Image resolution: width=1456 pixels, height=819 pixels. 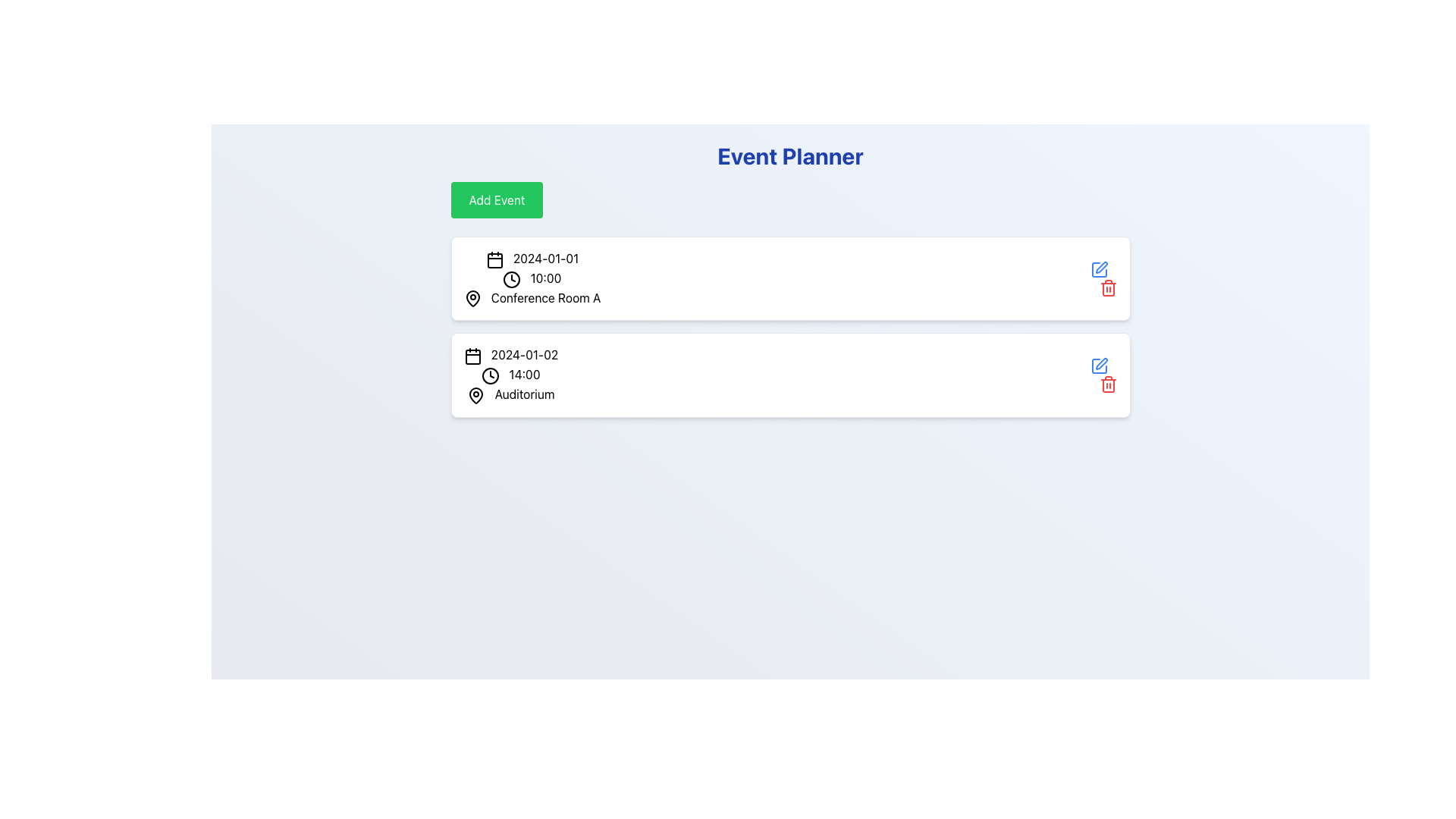 I want to click on the SVG-based clock icon located to the left of the text '10:00' in the top event block of the interface, so click(x=512, y=279).